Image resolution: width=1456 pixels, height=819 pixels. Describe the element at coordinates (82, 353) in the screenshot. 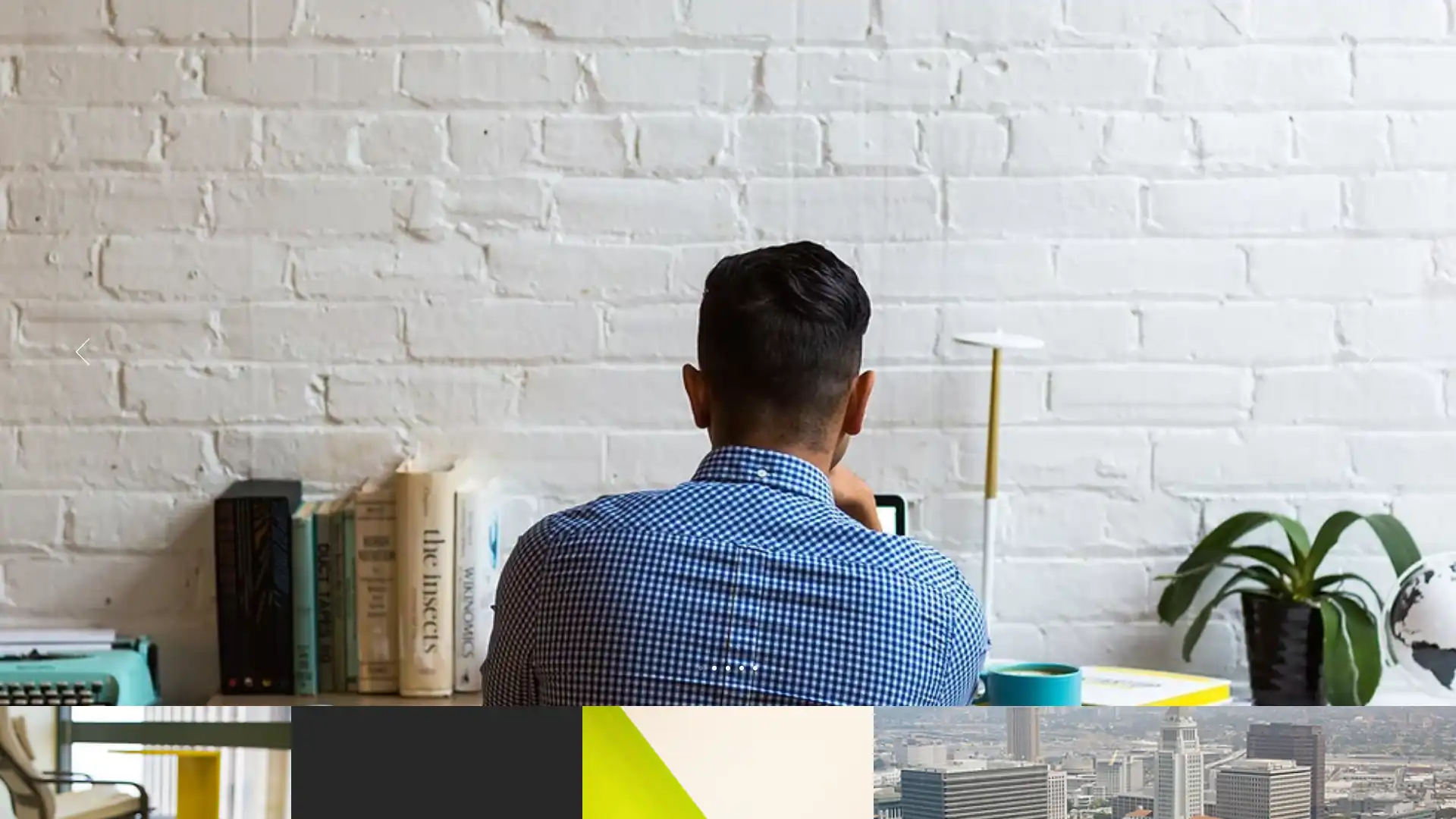

I see `Previous` at that location.